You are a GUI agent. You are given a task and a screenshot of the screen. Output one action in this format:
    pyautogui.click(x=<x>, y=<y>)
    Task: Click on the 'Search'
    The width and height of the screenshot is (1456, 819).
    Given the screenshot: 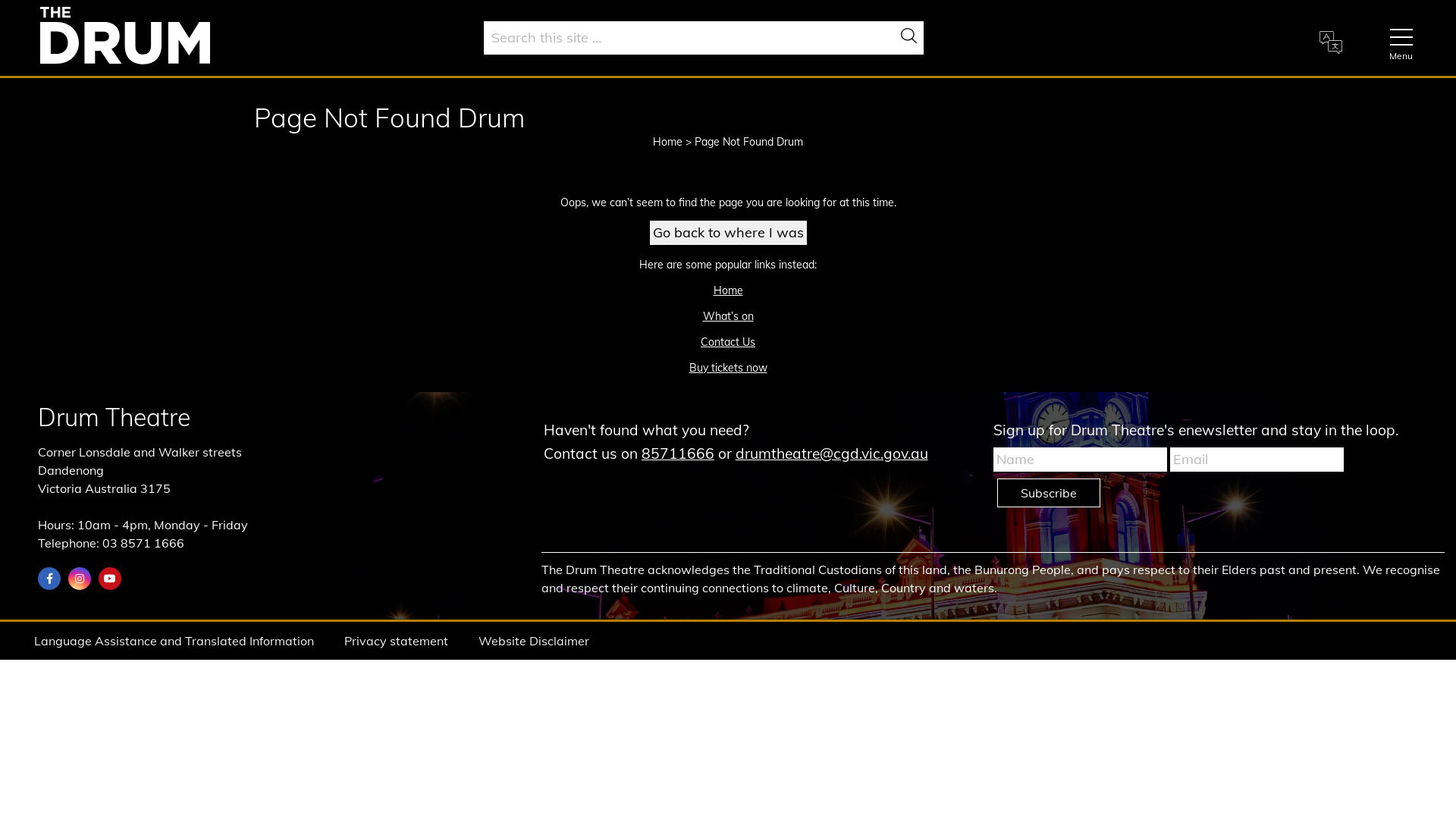 What is the action you would take?
    pyautogui.click(x=912, y=38)
    